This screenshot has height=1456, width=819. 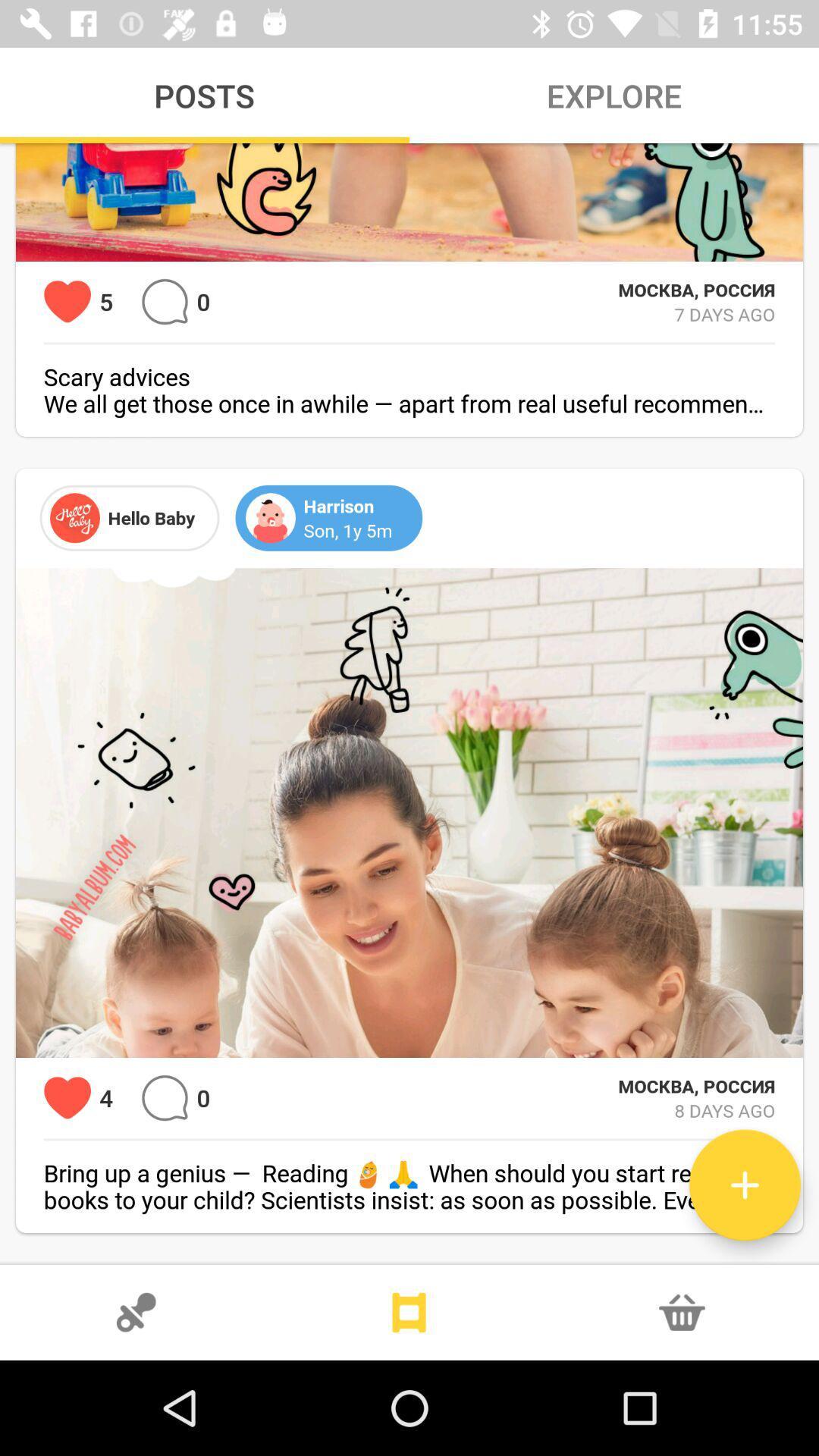 I want to click on command, so click(x=165, y=1098).